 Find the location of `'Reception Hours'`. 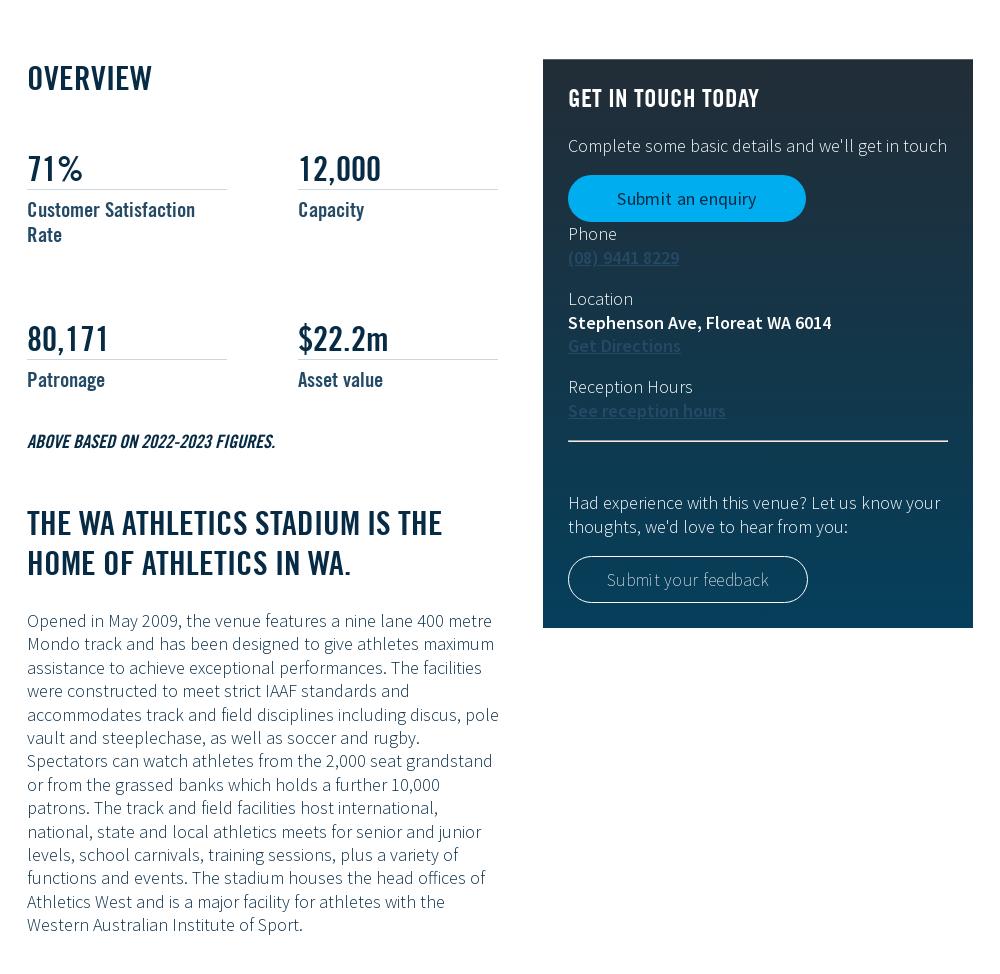

'Reception Hours' is located at coordinates (630, 386).